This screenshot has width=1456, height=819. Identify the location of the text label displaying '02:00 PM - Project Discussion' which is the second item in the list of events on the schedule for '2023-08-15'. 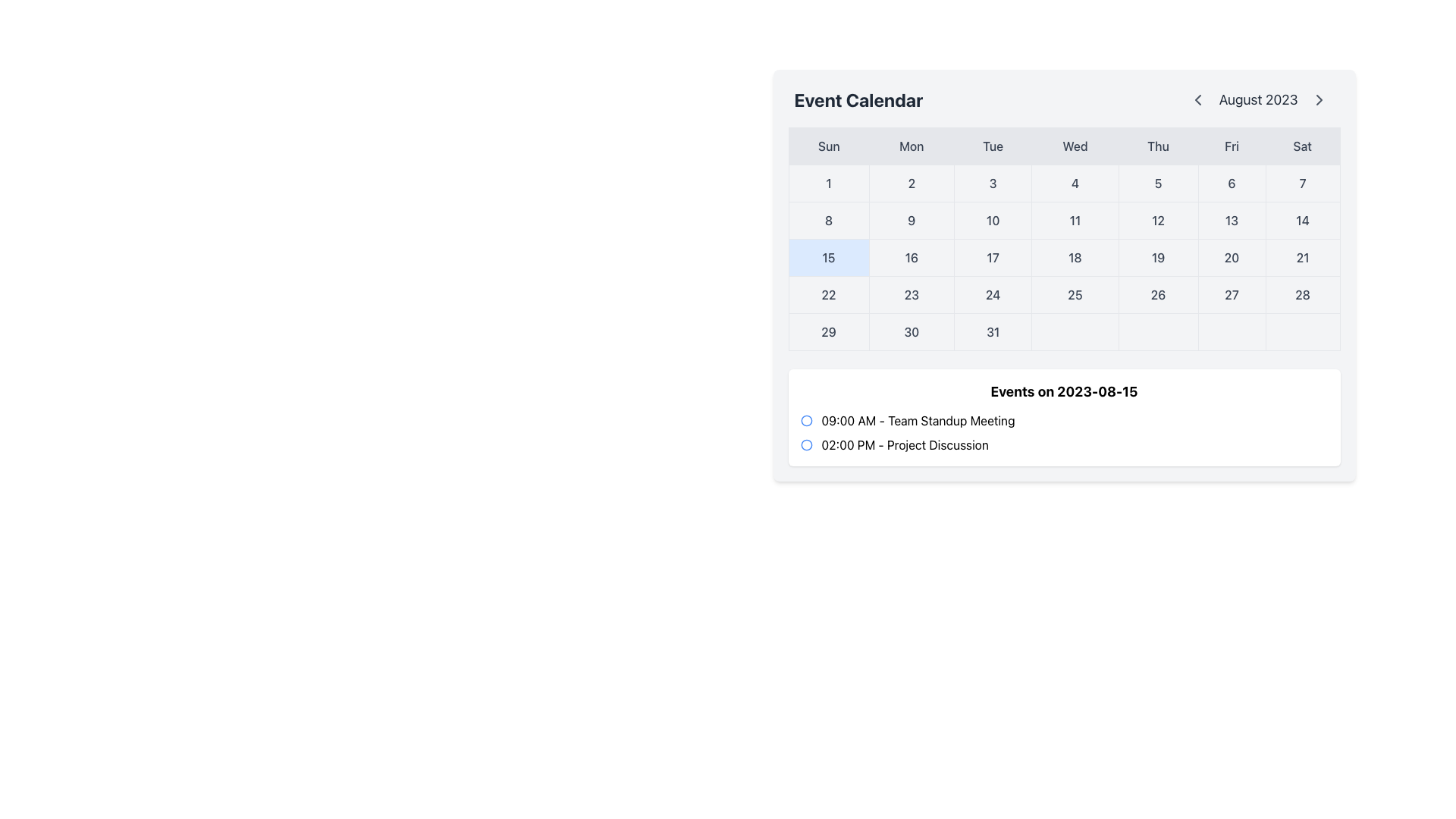
(905, 444).